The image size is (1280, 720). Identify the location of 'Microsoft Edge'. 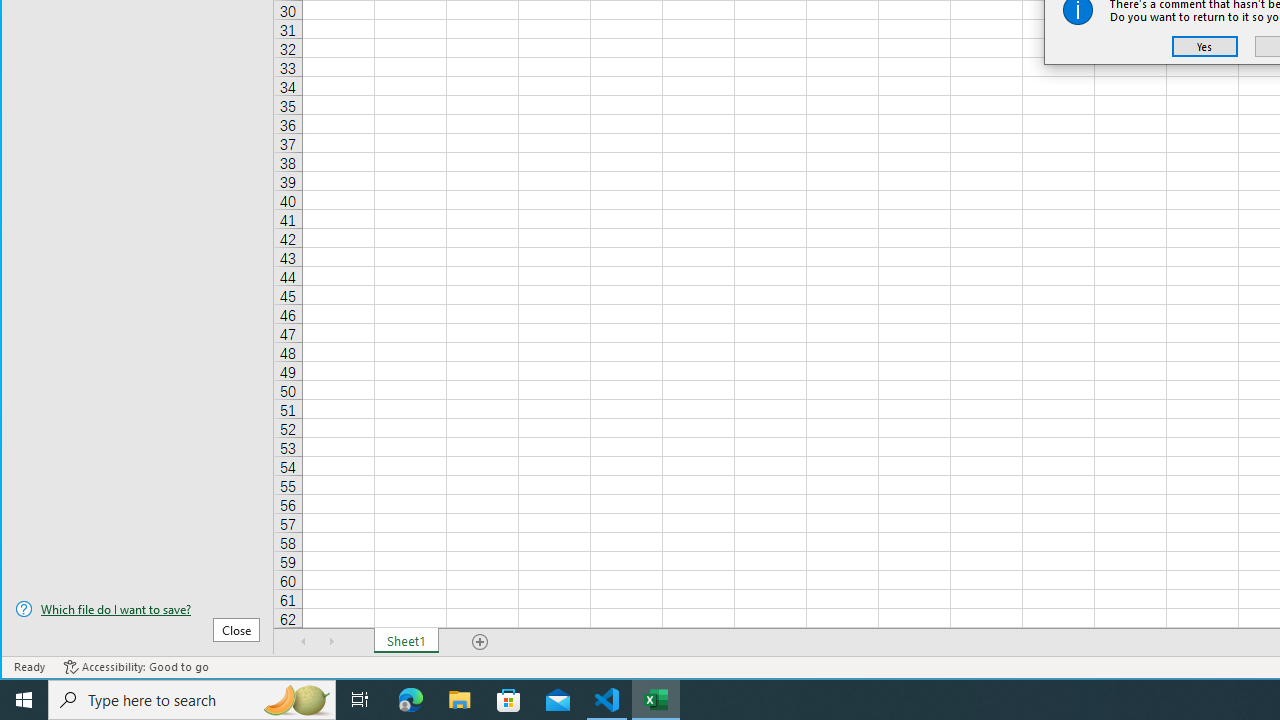
(410, 698).